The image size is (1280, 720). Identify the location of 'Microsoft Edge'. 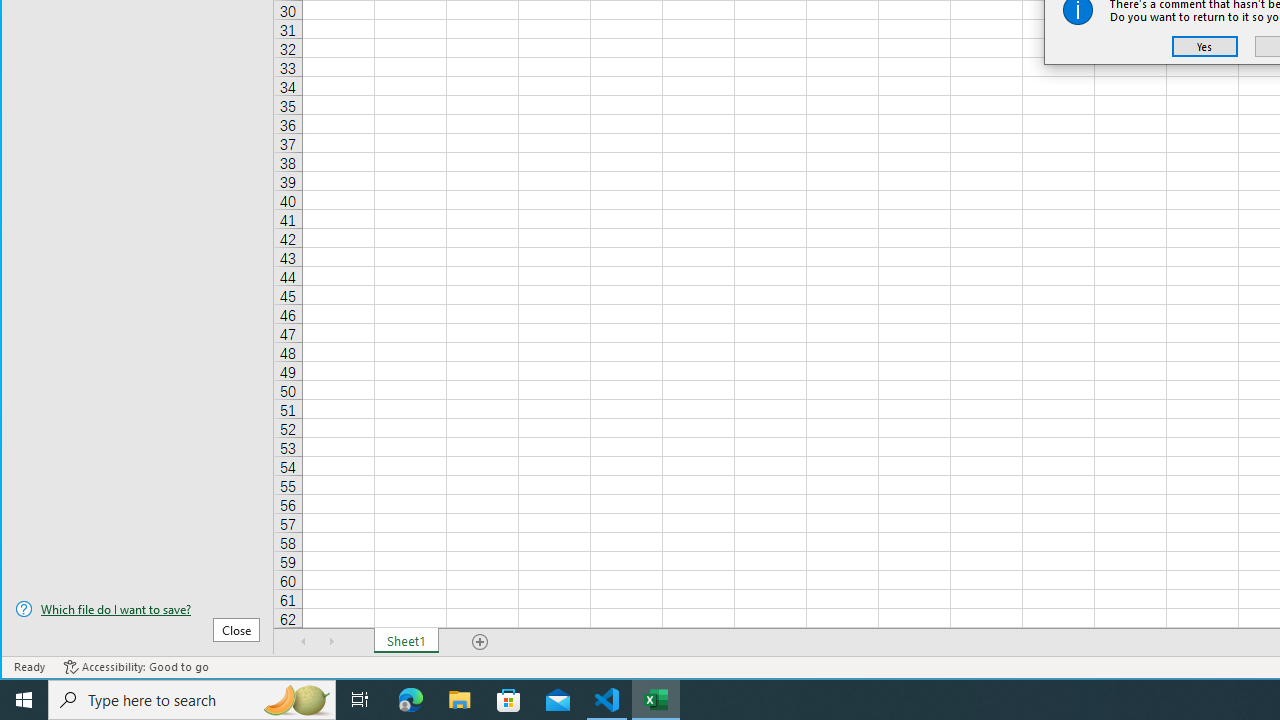
(410, 698).